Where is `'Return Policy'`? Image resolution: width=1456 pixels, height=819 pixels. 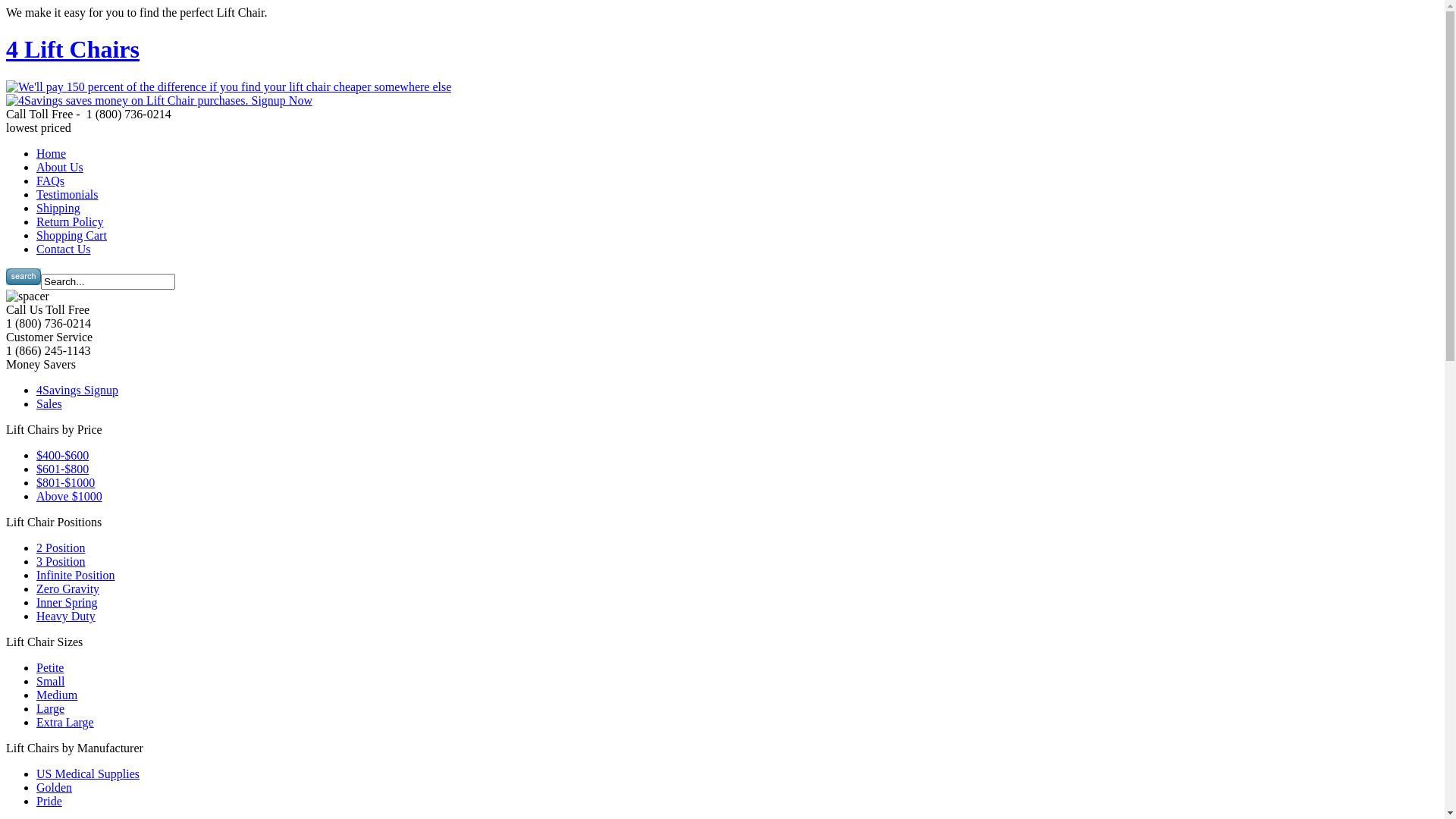 'Return Policy' is located at coordinates (68, 221).